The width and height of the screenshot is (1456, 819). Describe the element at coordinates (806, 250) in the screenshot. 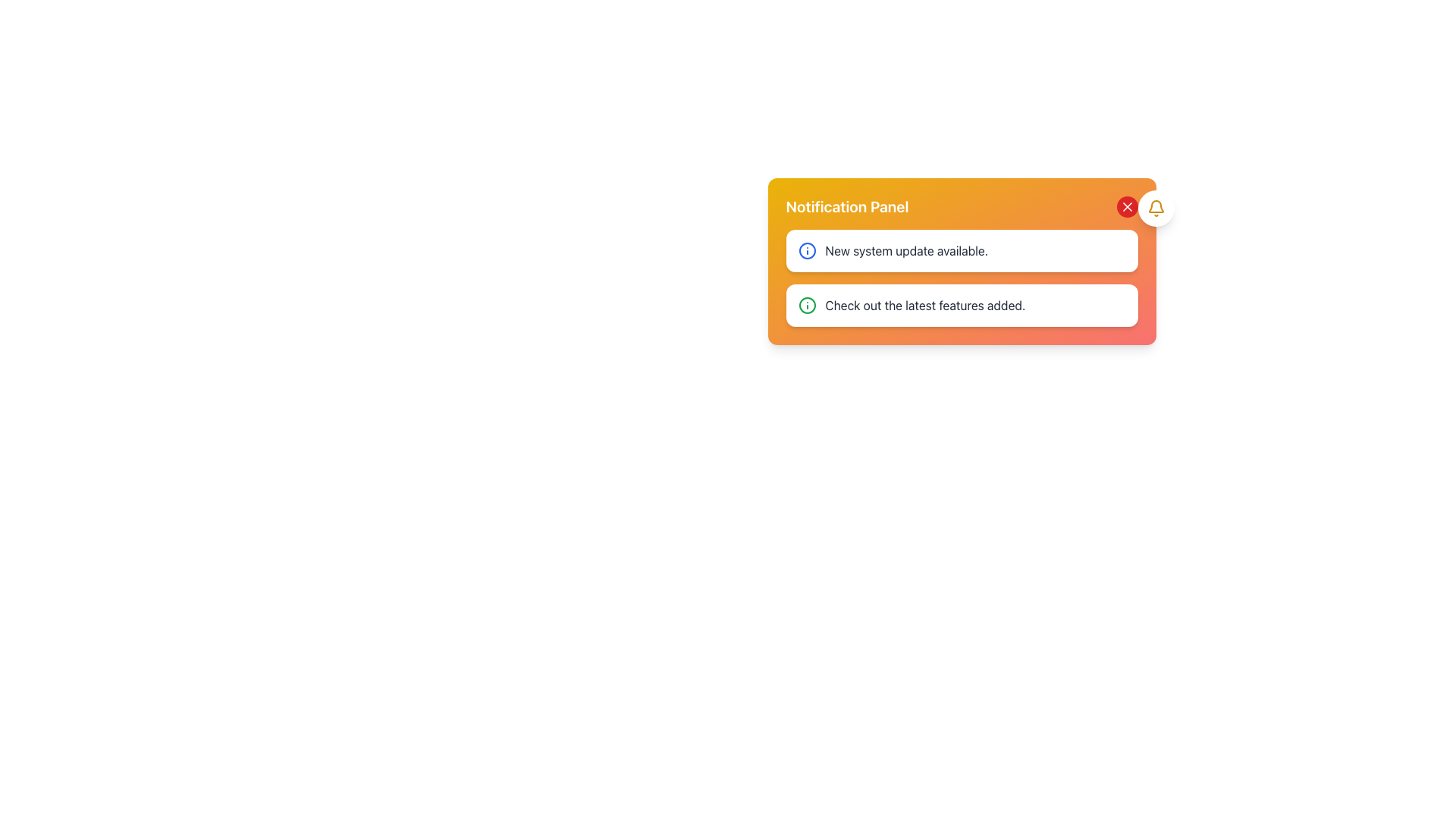

I see `the central circular vector graphic element that is part of an icon adjacent to the notification message panel stating 'Check out the latest features added.'` at that location.